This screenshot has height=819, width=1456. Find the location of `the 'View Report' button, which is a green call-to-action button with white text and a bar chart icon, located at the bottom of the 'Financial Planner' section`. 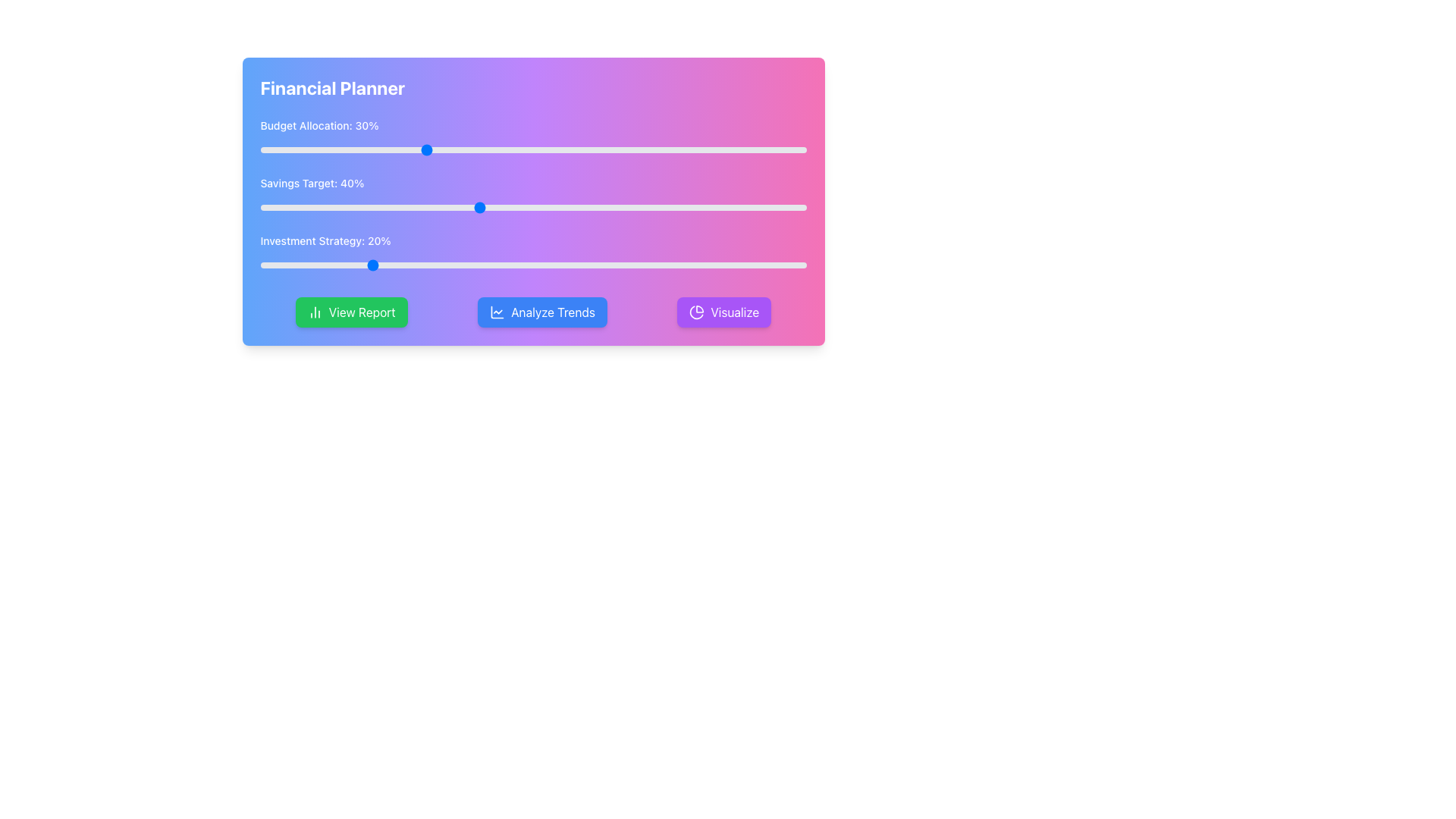

the 'View Report' button, which is a green call-to-action button with white text and a bar chart icon, located at the bottom of the 'Financial Planner' section is located at coordinates (350, 312).